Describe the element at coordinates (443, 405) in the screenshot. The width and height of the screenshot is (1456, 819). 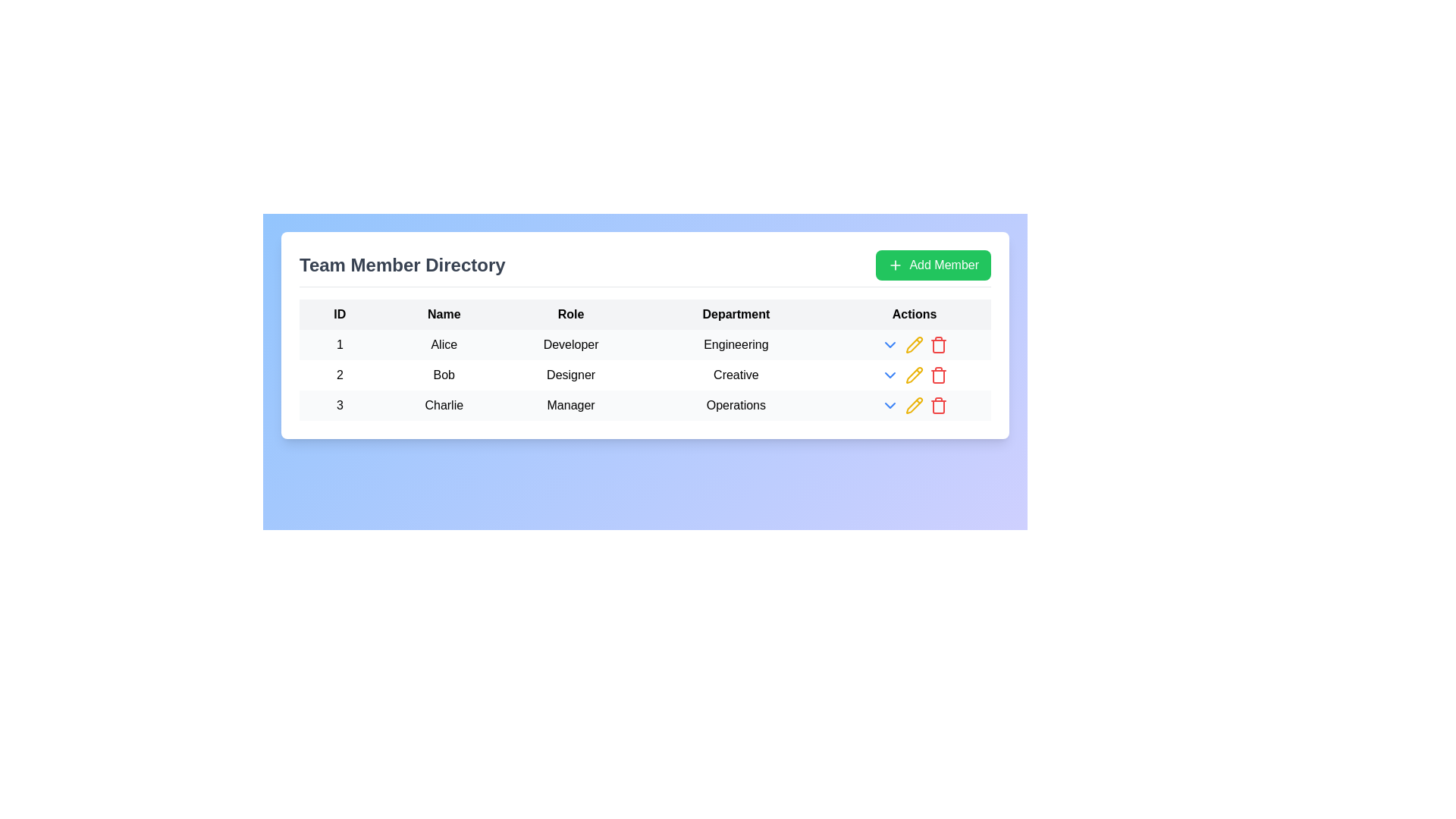
I see `the text label displaying 'Charlie' in the 'Name' column, which is positioned in the third row of the table labeled '3CharlieManagerOperations'` at that location.